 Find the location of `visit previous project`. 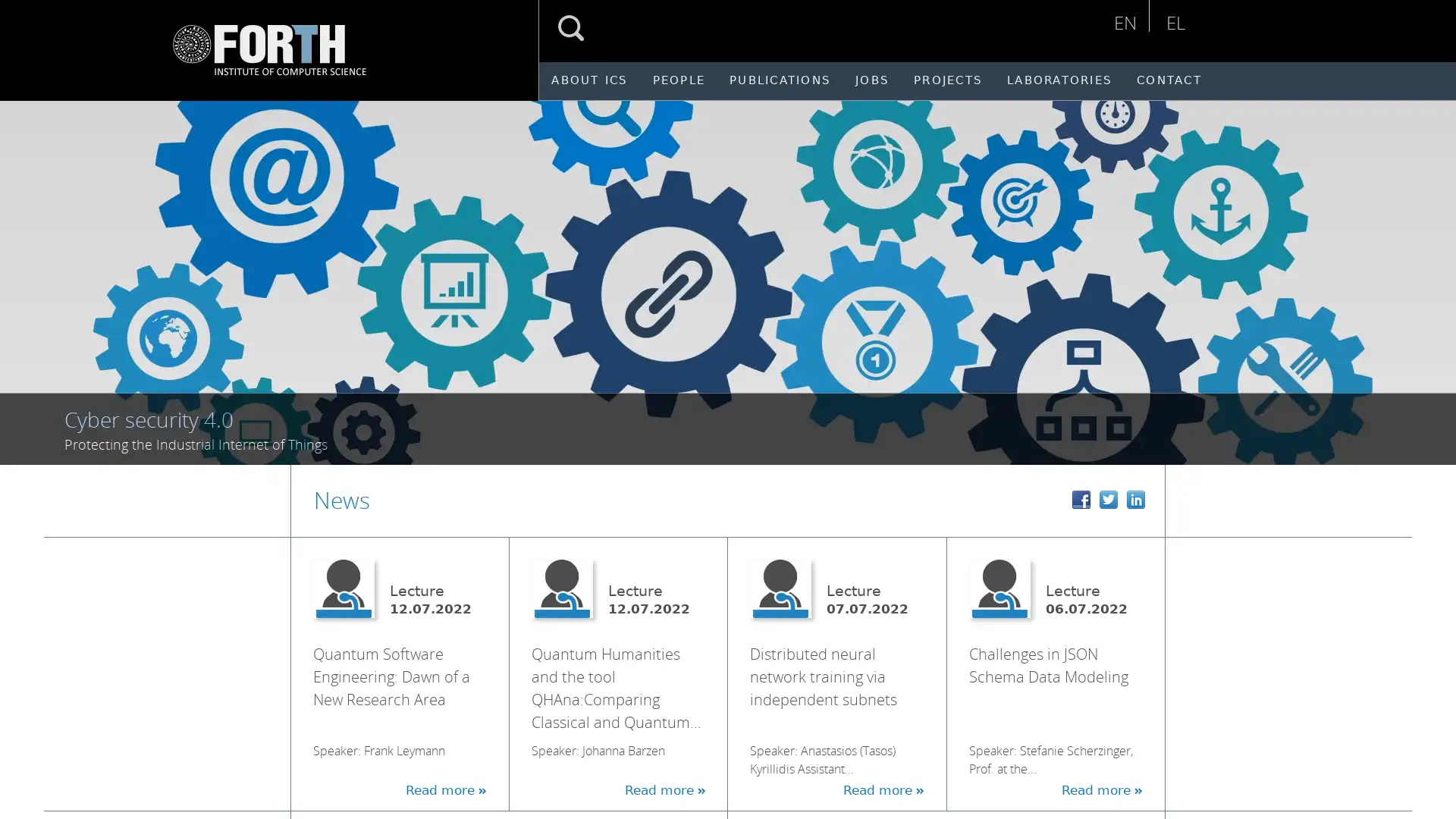

visit previous project is located at coordinates (29, 274).